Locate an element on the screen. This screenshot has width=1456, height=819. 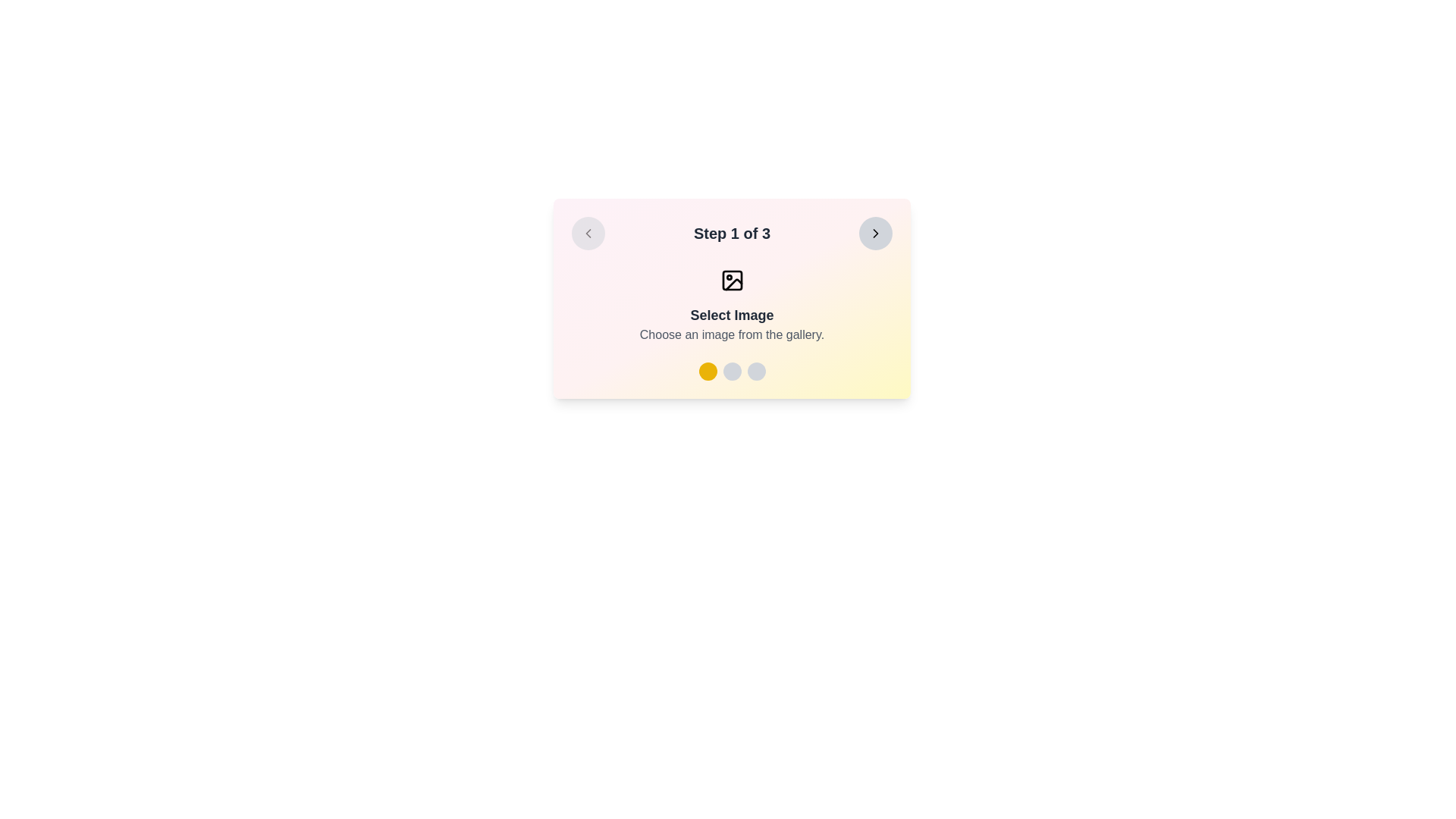
the third circular icon with a gray background located at the bottom-center of the card, following a yellow icon and a gray icon is located at coordinates (756, 371).